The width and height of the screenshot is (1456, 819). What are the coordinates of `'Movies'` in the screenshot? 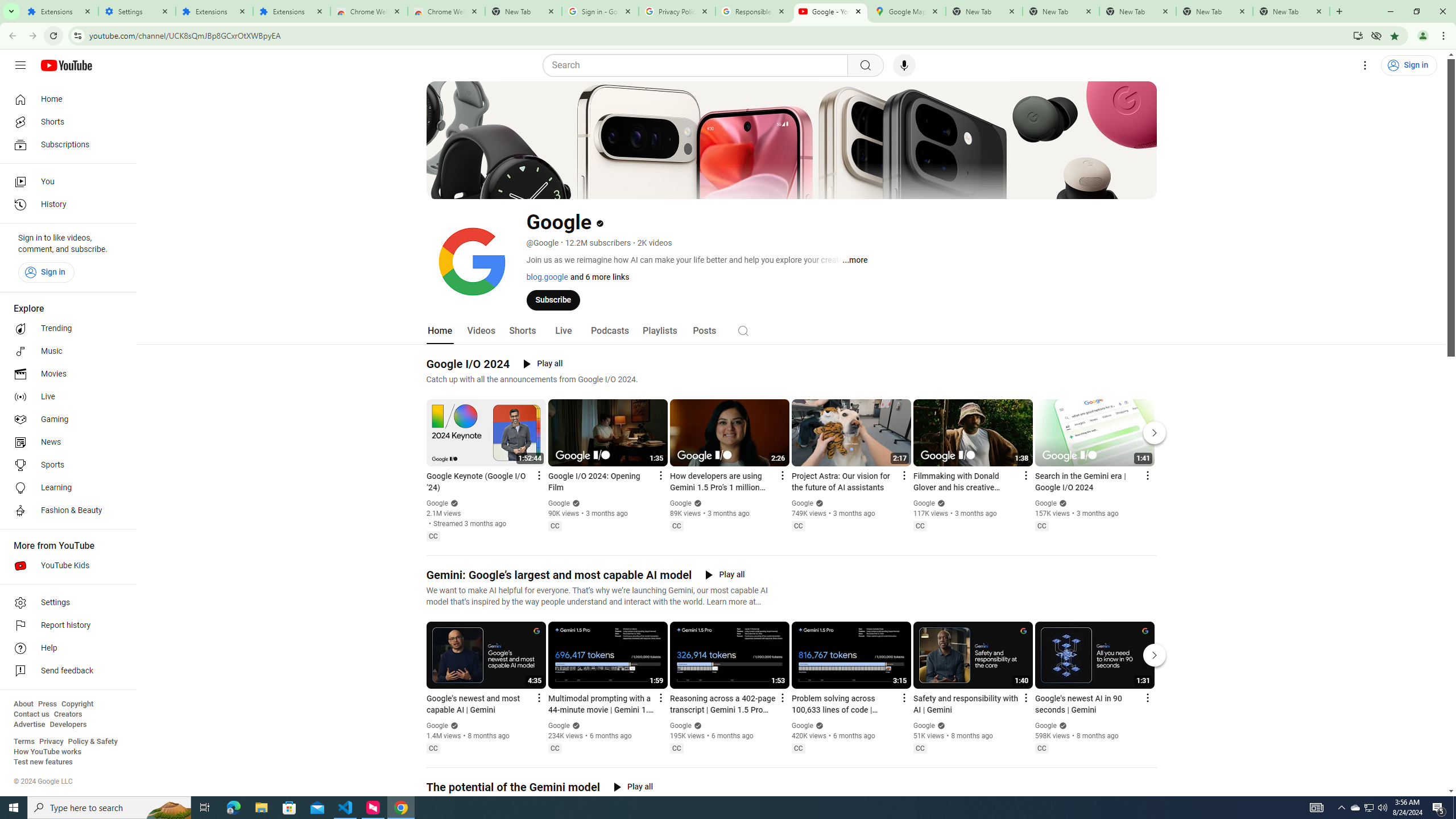 It's located at (64, 374).